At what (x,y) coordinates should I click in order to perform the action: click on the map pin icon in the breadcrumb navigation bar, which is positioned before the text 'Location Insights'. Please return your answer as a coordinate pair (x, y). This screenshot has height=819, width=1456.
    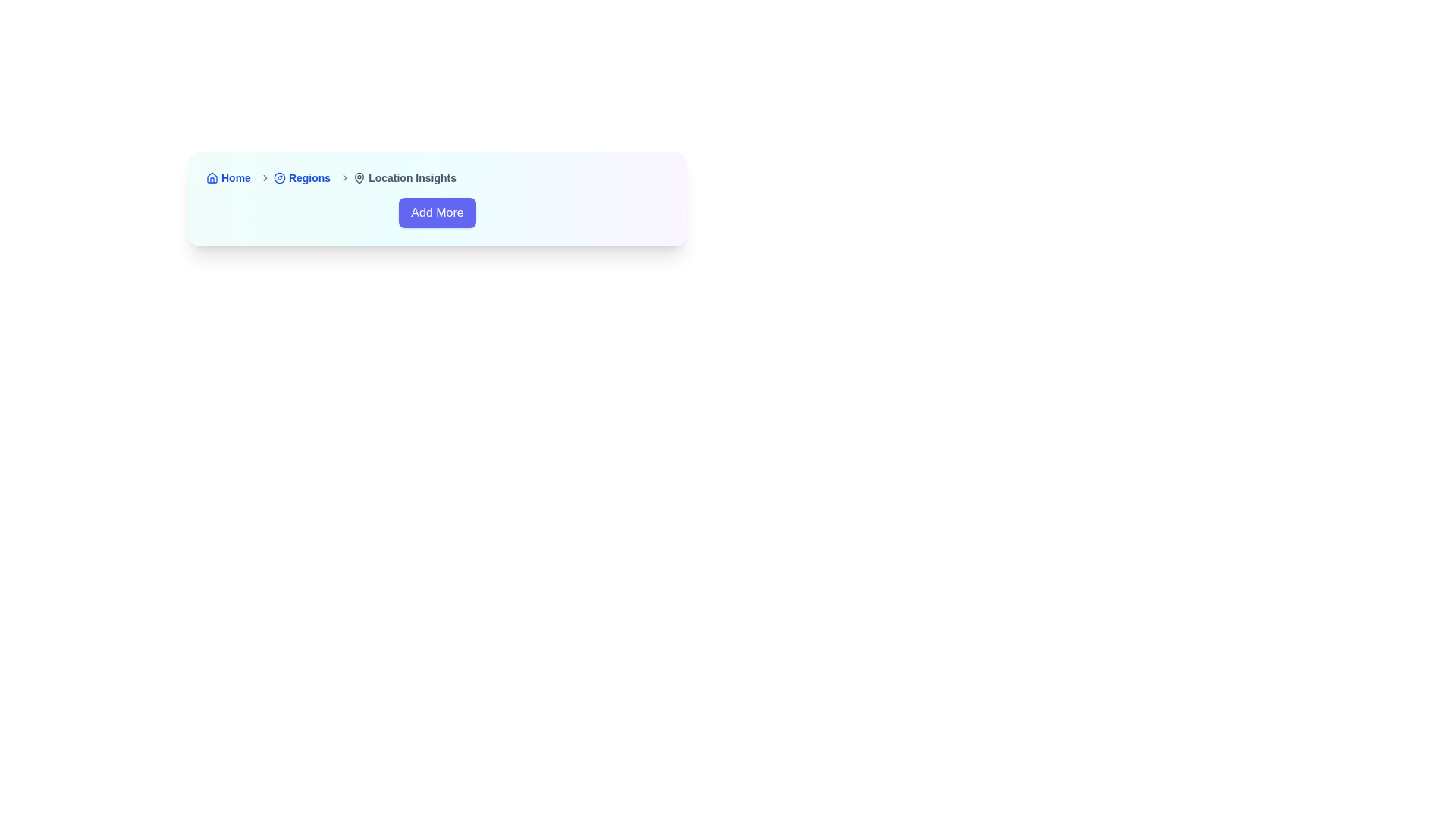
    Looking at the image, I should click on (359, 177).